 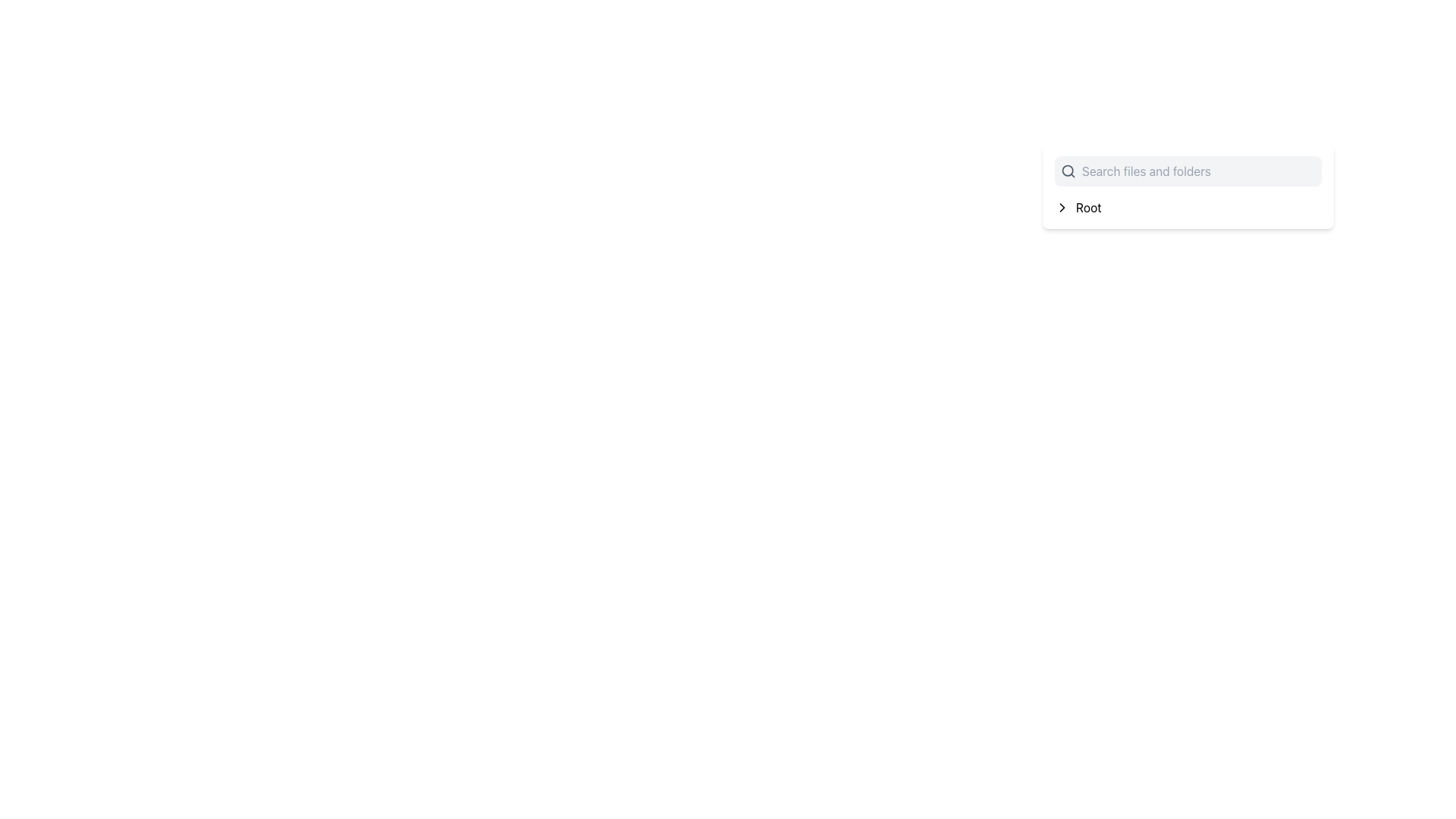 I want to click on the Chevron Arrow icon next to the 'Root' label, so click(x=1062, y=207).